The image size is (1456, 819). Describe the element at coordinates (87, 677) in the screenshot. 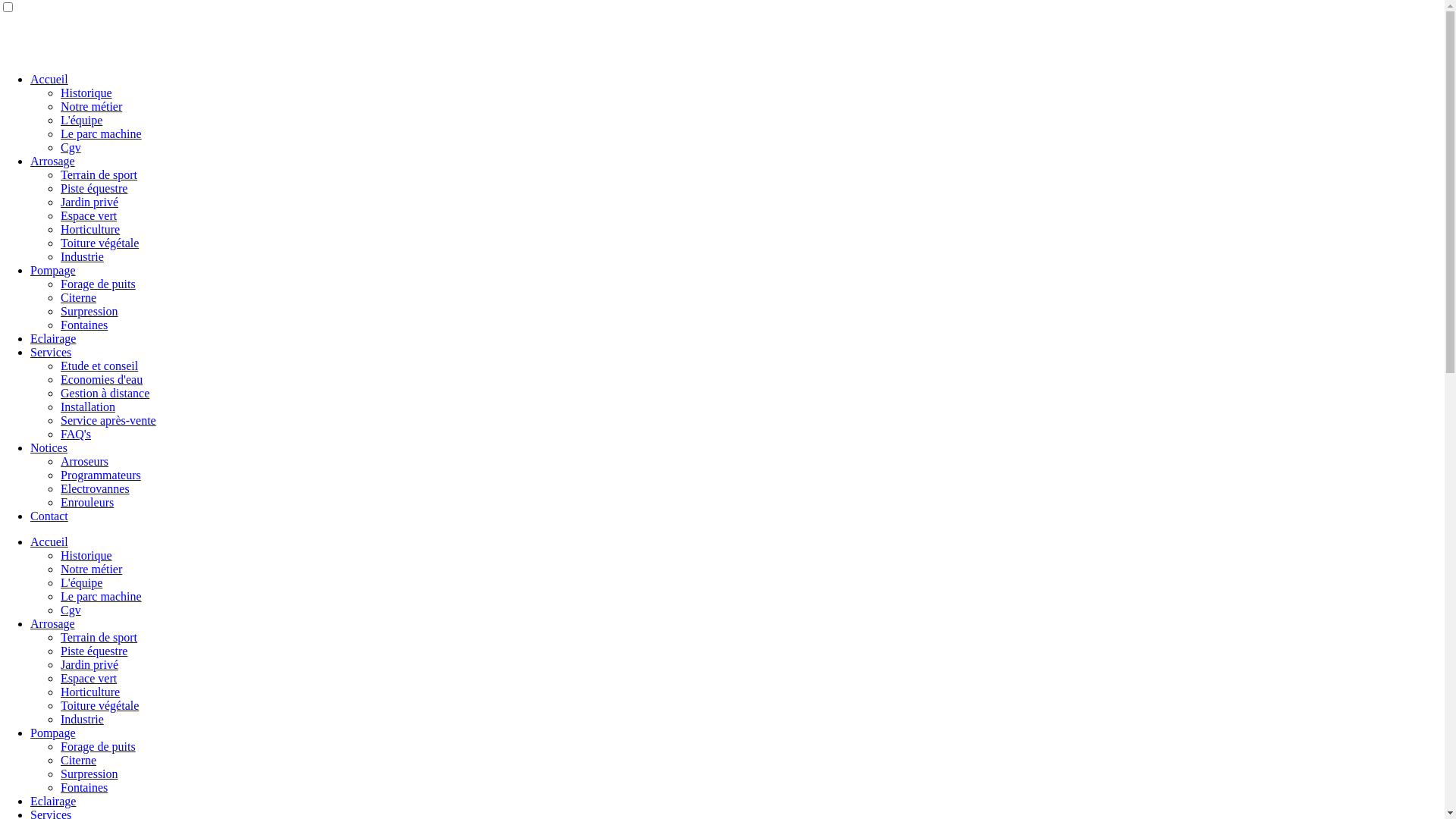

I see `'Espace vert'` at that location.